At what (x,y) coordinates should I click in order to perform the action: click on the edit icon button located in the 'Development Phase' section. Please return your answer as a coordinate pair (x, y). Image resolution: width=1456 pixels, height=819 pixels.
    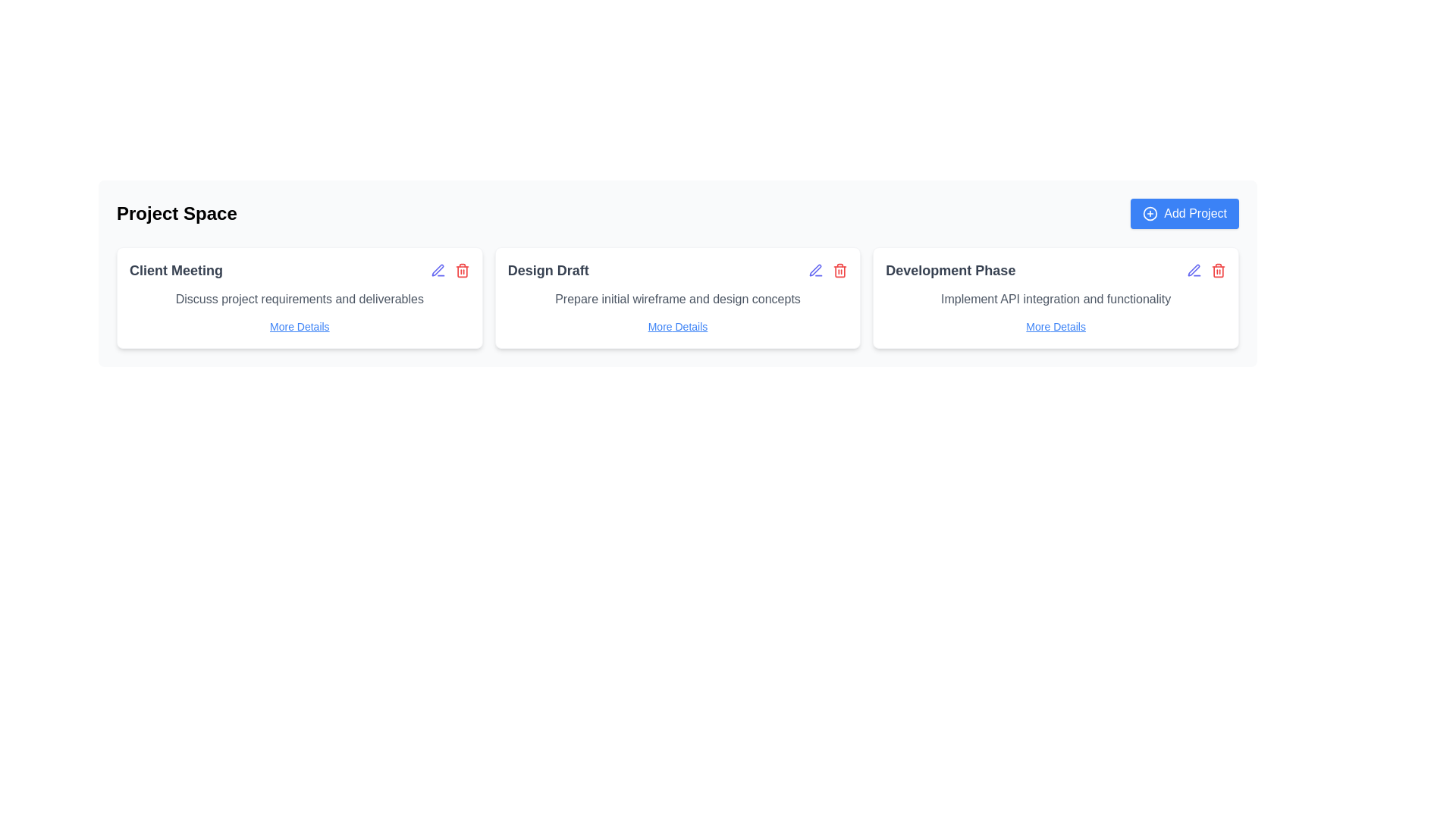
    Looking at the image, I should click on (1193, 270).